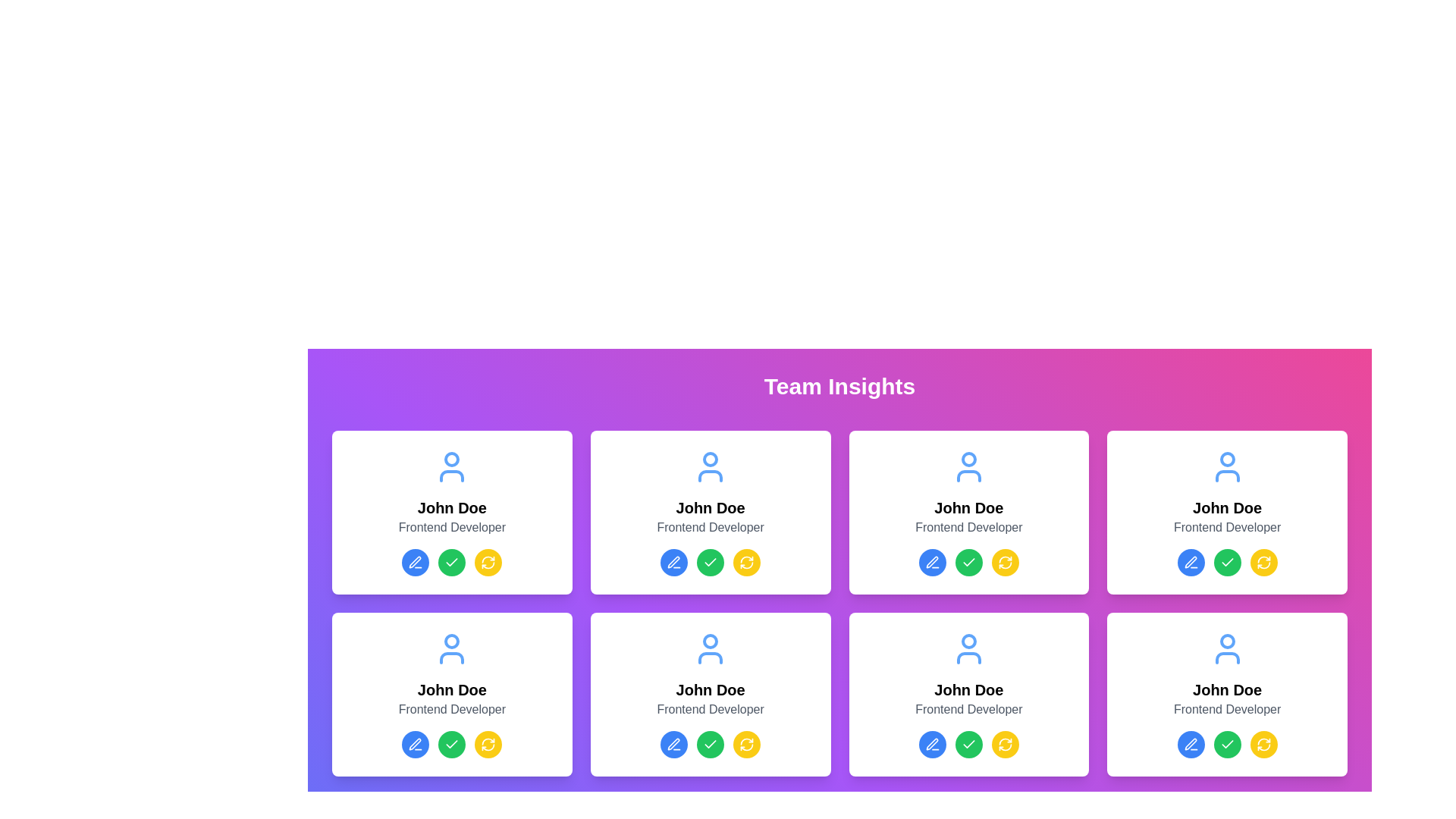  Describe the element at coordinates (1227, 562) in the screenshot. I see `the check mark icon, which is a thin green outline on a white background, located below the user's job title text in the second row and second column of the grid layout` at that location.